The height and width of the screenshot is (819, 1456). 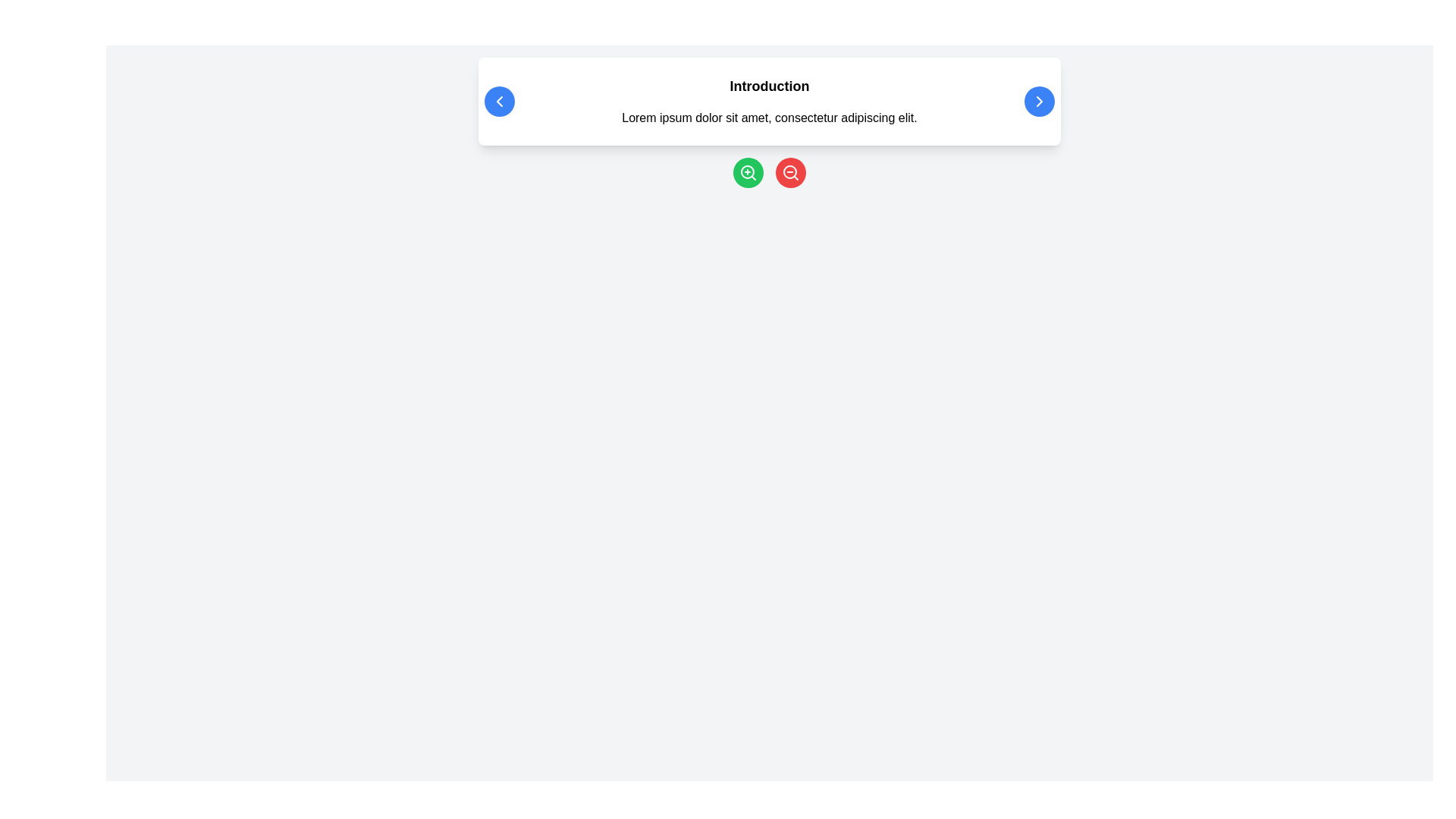 What do you see at coordinates (1039, 102) in the screenshot?
I see `the chevron icon within the circular button at the right end of the card` at bounding box center [1039, 102].